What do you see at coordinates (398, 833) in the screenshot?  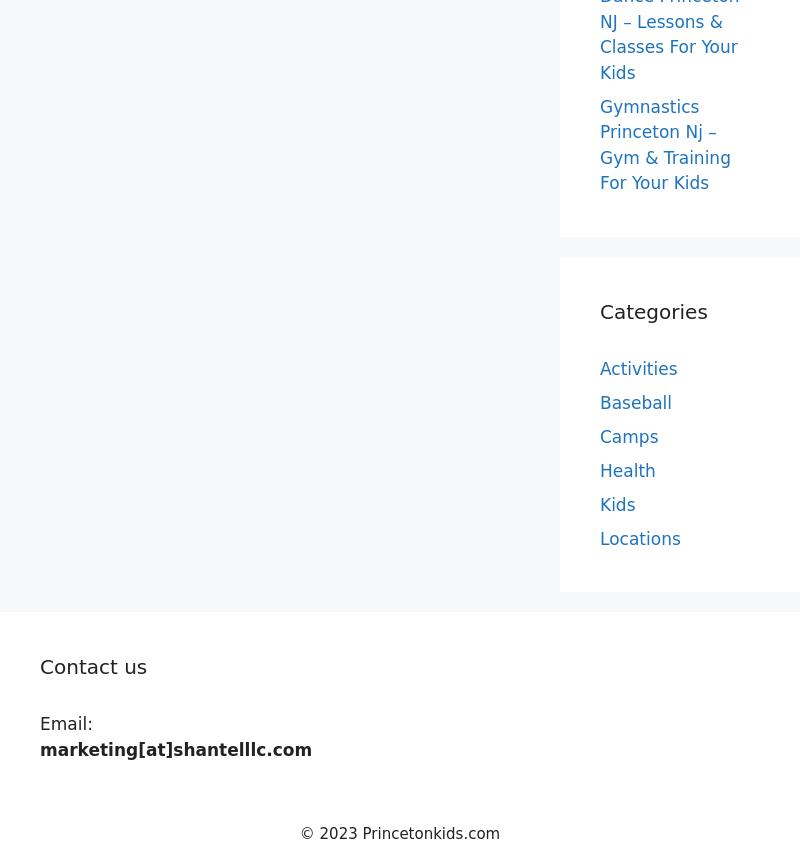 I see `'© 2023 Princetonkids.com'` at bounding box center [398, 833].